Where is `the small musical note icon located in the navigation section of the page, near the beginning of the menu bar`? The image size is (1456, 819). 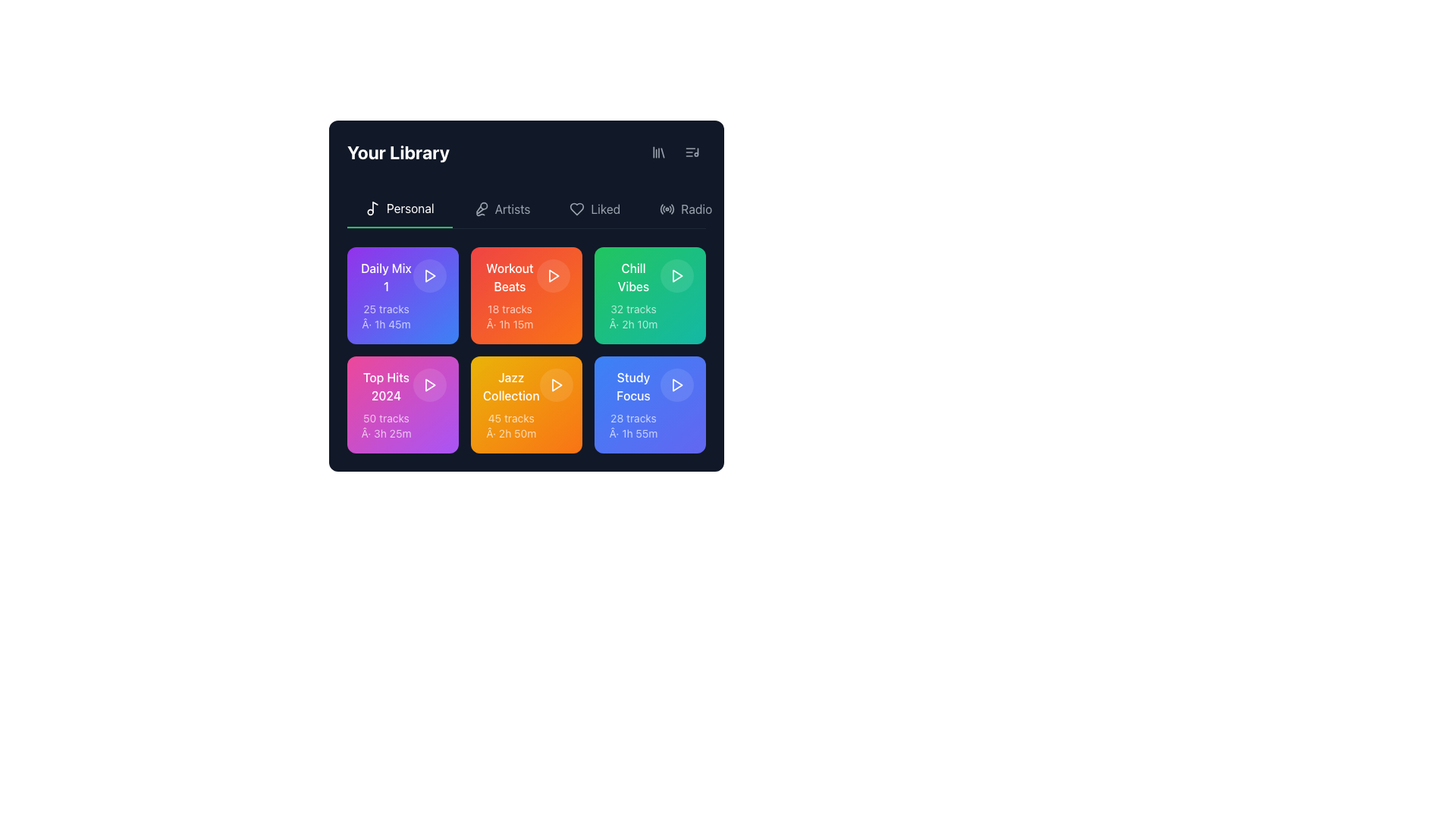 the small musical note icon located in the navigation section of the page, near the beginning of the menu bar is located at coordinates (375, 207).